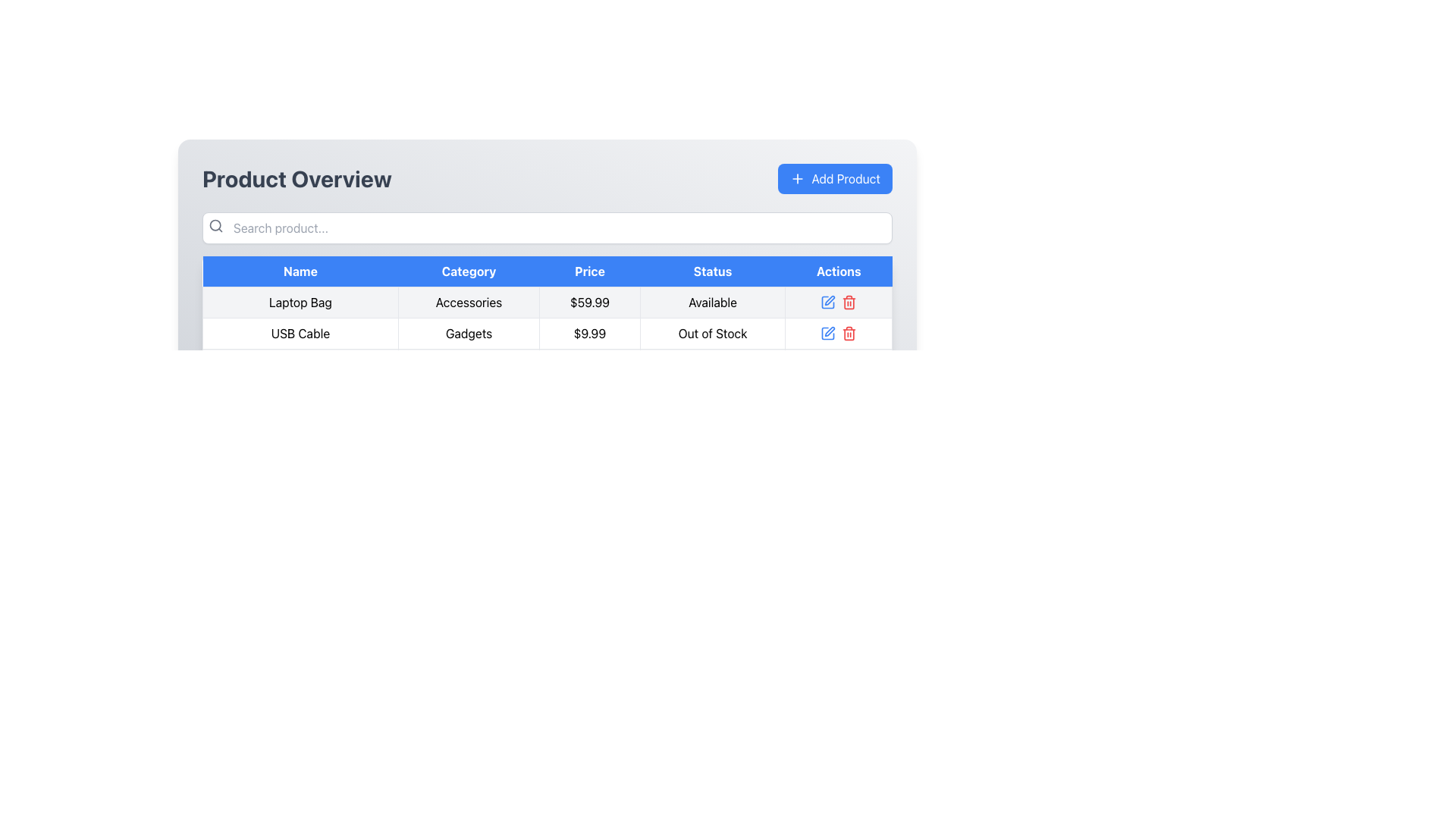  What do you see at coordinates (827, 302) in the screenshot?
I see `the blue pencil icon in the 'Actions' column of the second row` at bounding box center [827, 302].